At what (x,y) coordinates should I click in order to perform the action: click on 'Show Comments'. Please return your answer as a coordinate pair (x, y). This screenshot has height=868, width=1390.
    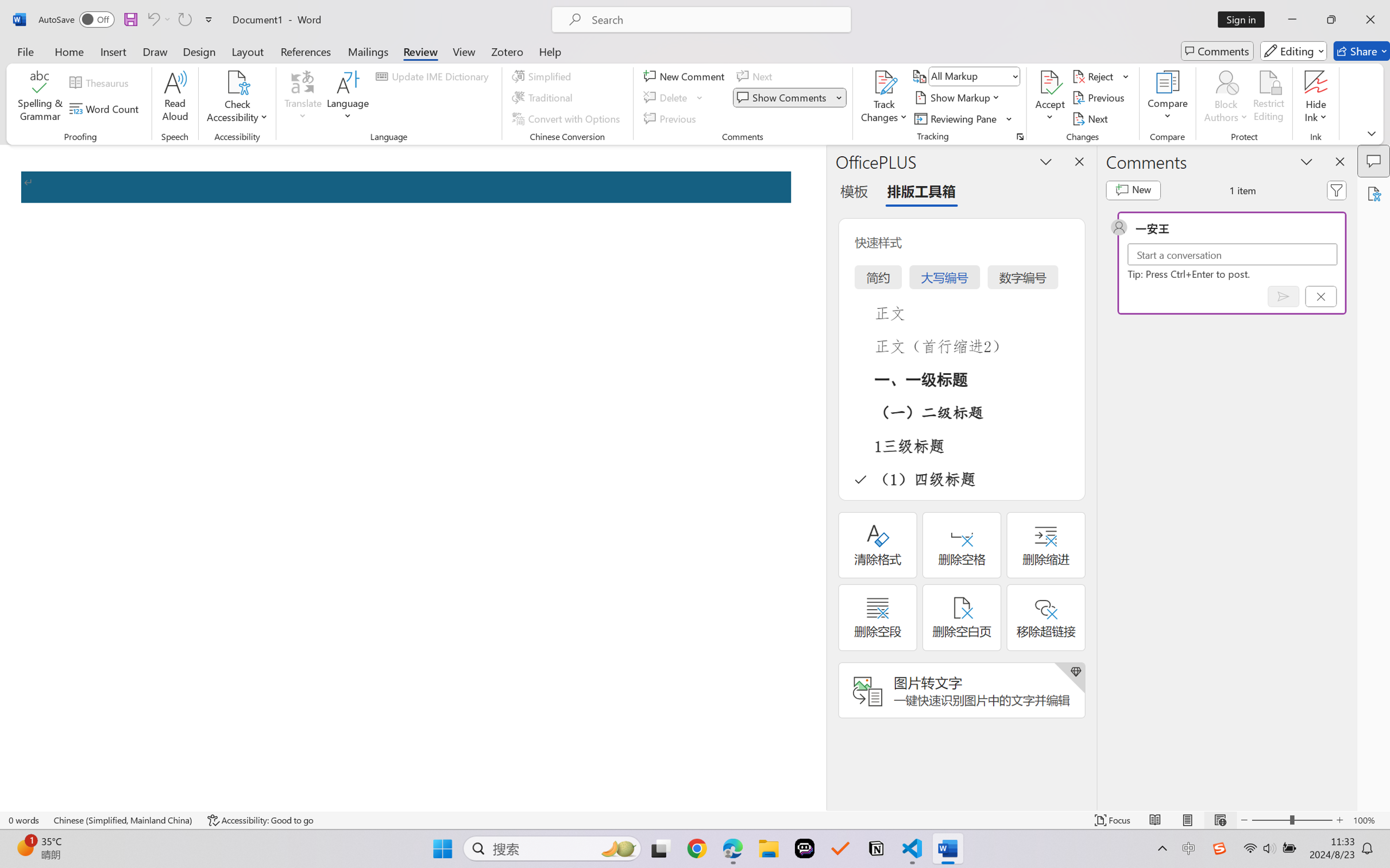
    Looking at the image, I should click on (783, 98).